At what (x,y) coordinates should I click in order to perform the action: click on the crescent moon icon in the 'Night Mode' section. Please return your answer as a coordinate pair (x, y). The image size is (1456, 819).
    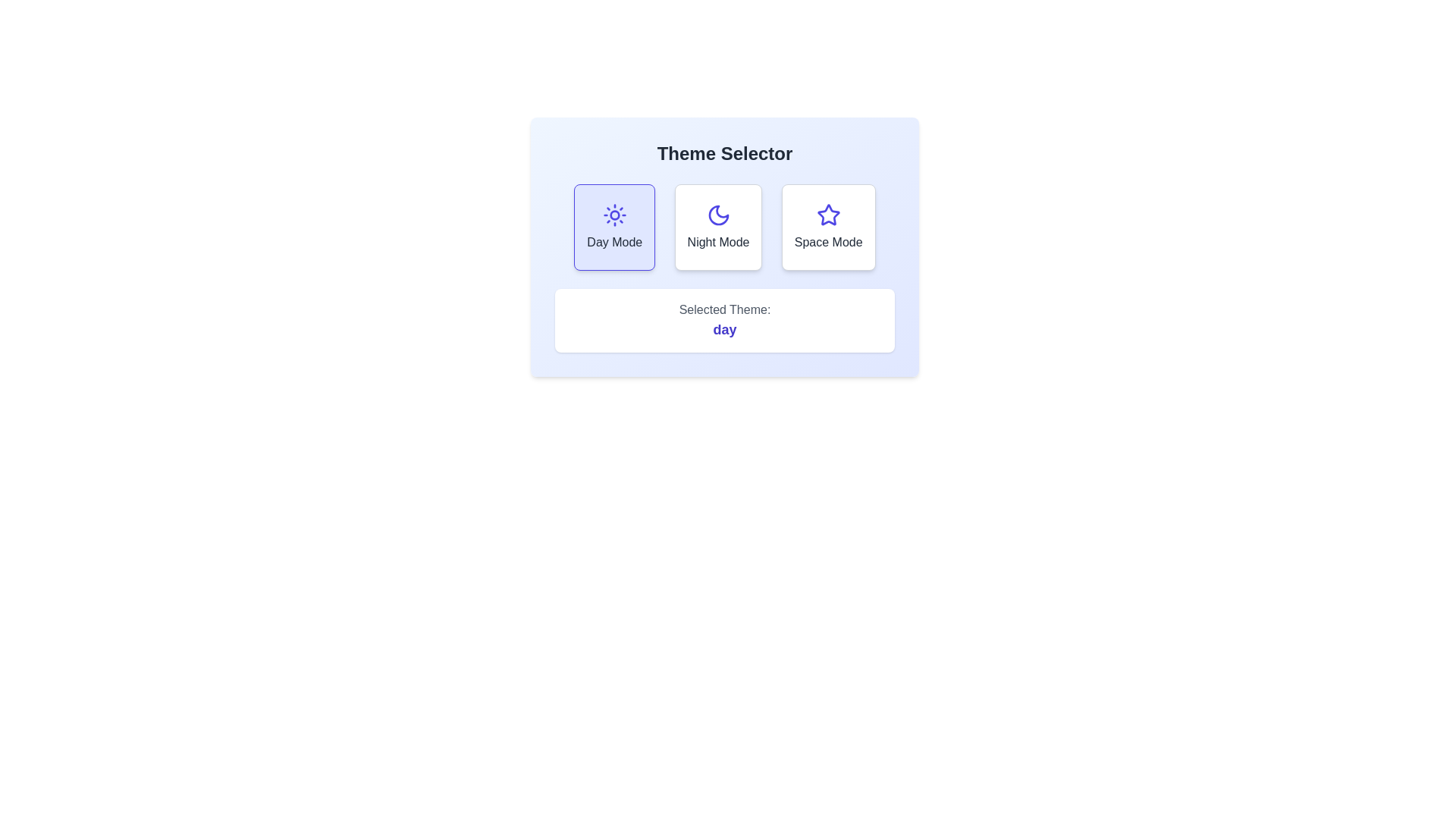
    Looking at the image, I should click on (717, 215).